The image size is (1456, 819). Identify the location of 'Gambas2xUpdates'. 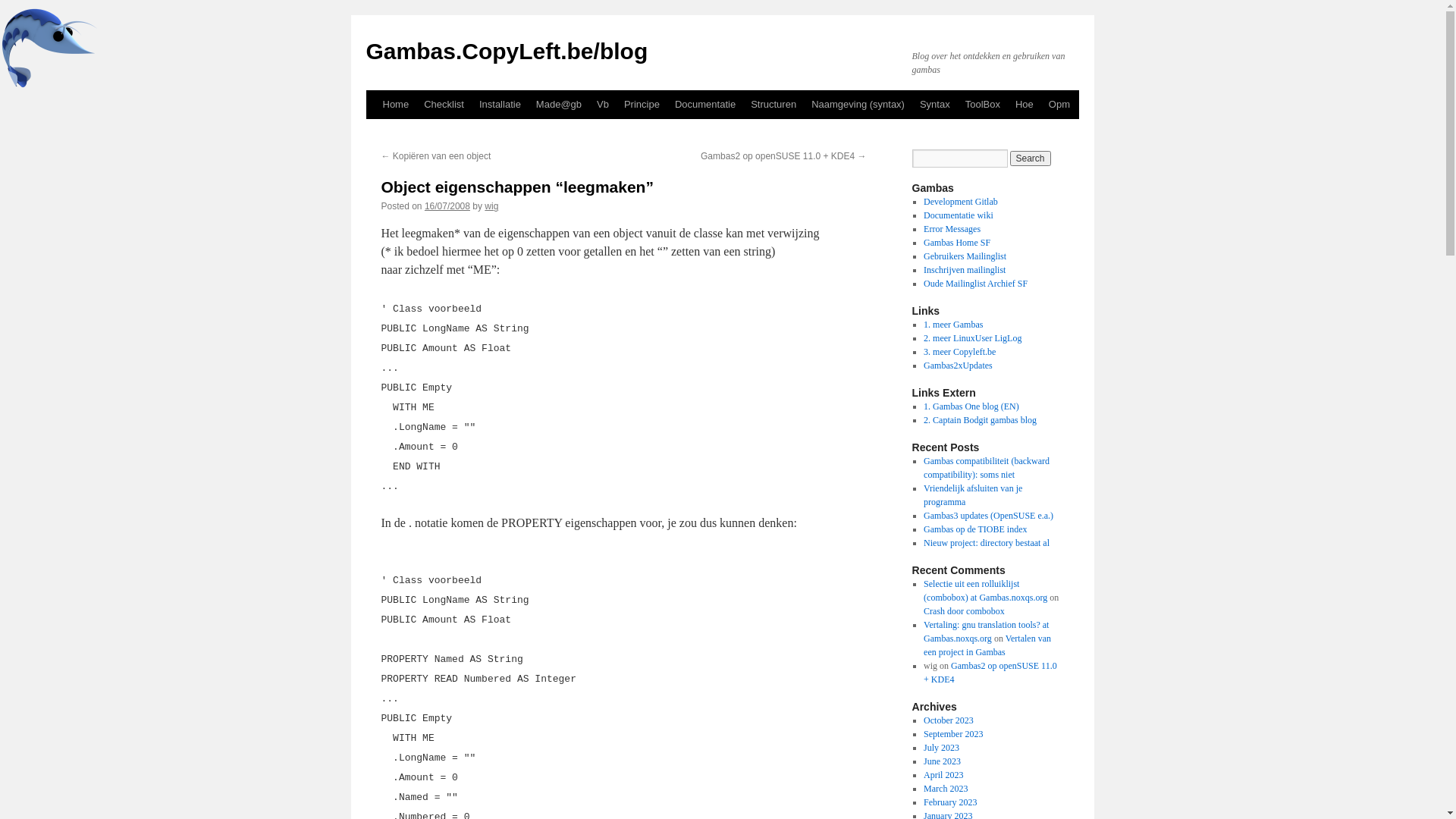
(957, 366).